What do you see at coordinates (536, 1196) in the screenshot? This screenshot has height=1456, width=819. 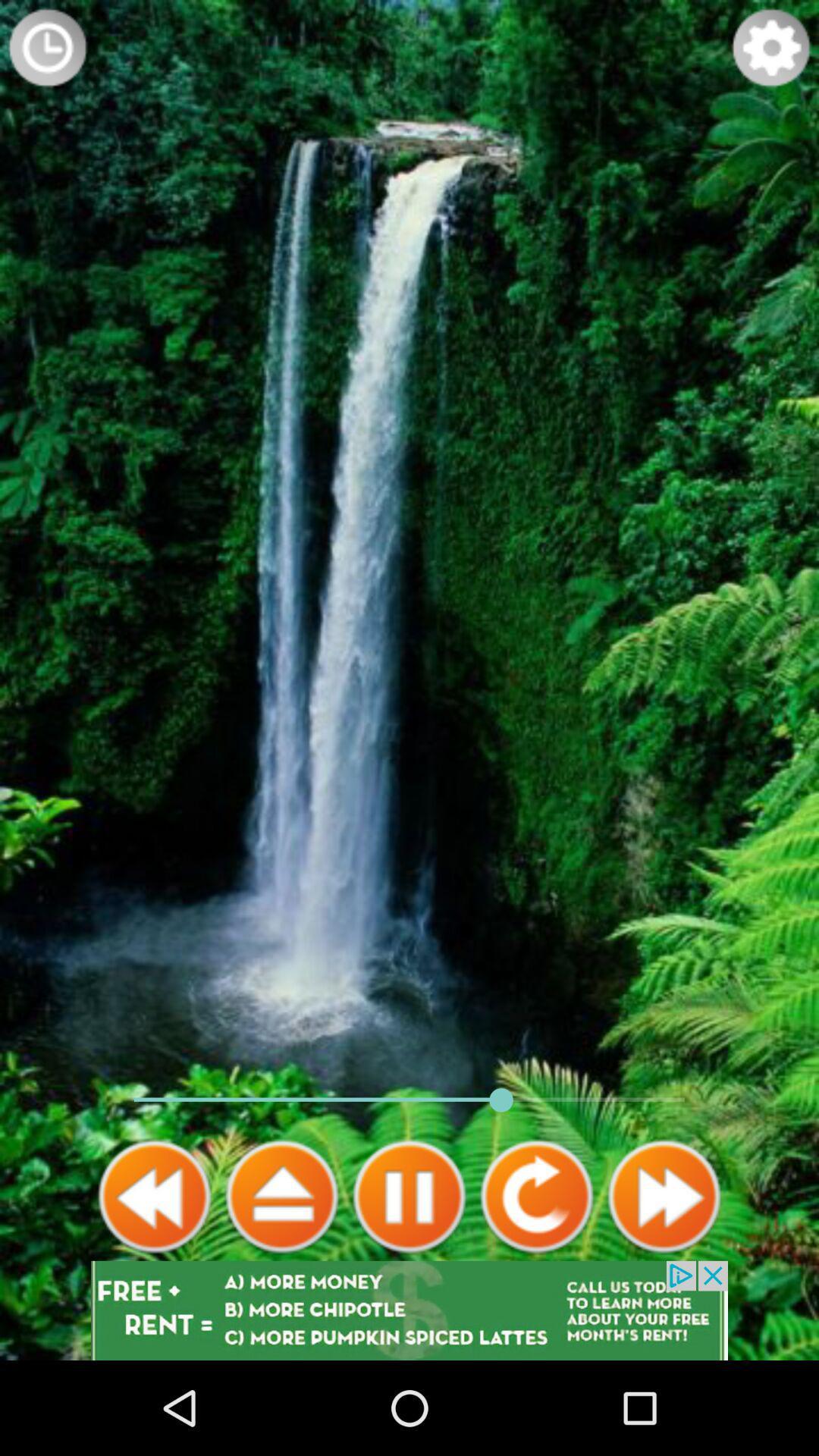 I see `replay` at bounding box center [536, 1196].